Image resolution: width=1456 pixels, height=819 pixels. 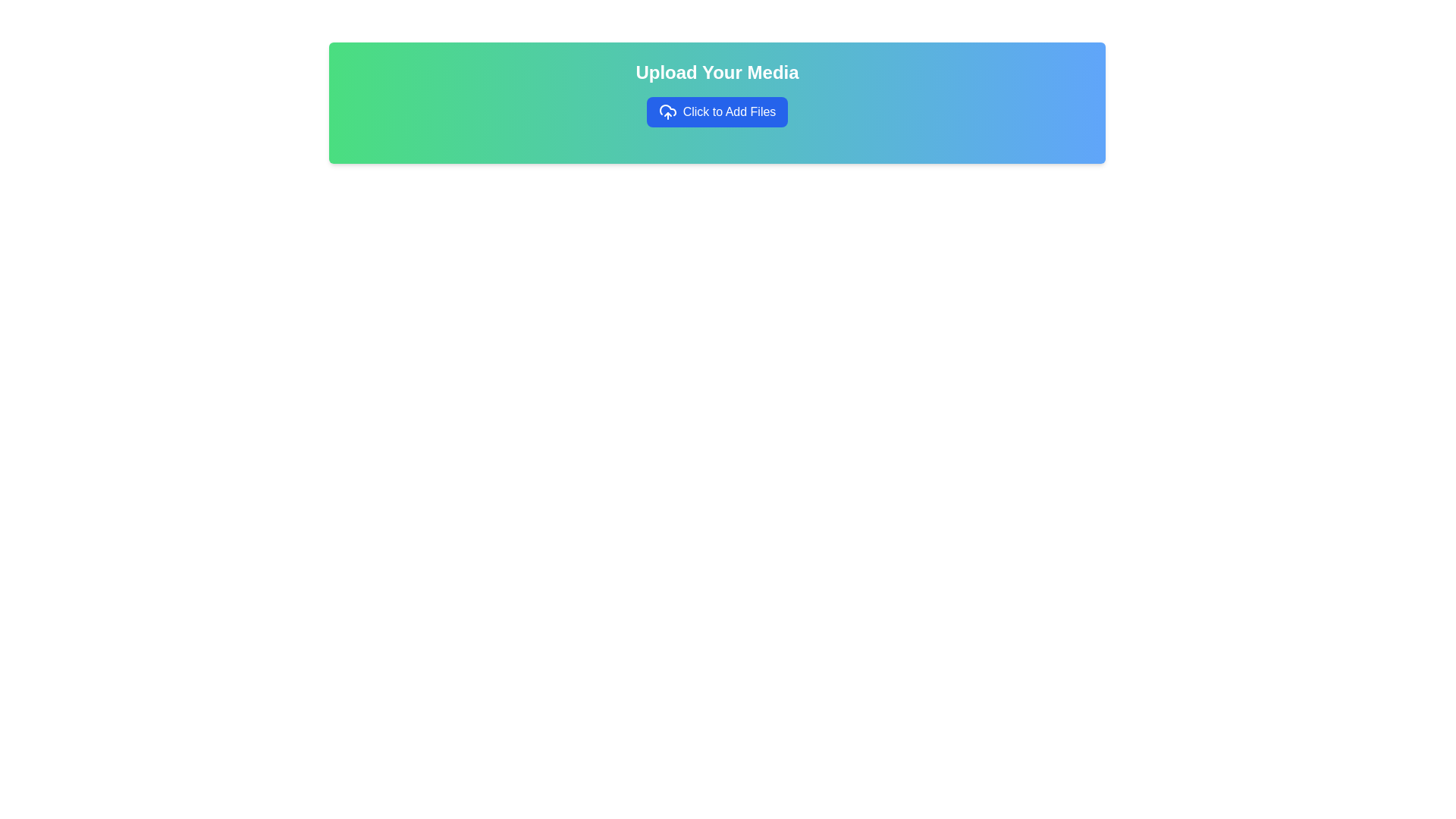 What do you see at coordinates (716, 111) in the screenshot?
I see `the blue button labeled 'Click` at bounding box center [716, 111].